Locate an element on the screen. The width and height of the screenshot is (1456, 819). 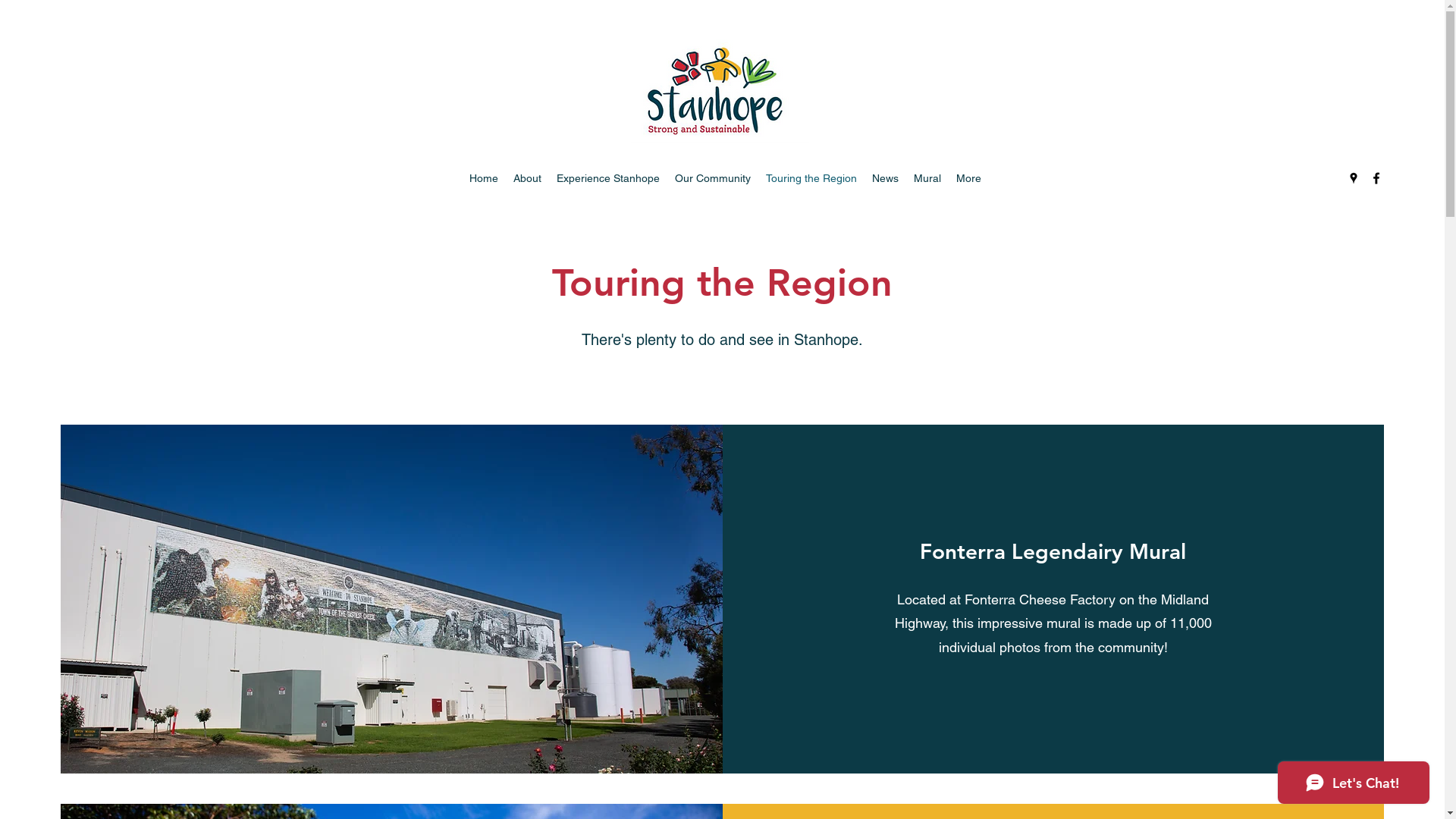
'Mural' is located at coordinates (927, 177).